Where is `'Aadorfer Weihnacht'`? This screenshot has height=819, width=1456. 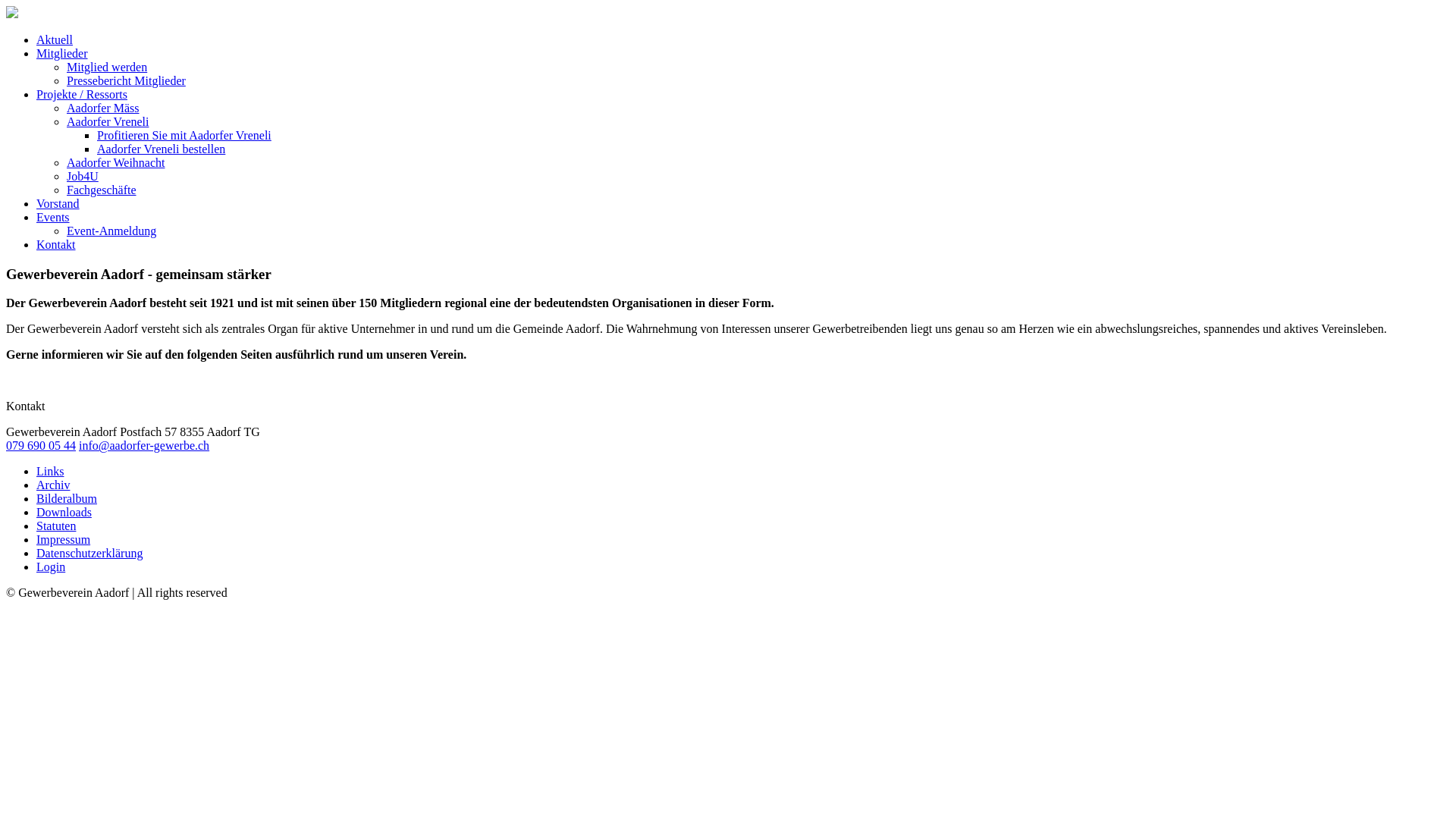
'Aadorfer Weihnacht' is located at coordinates (65, 162).